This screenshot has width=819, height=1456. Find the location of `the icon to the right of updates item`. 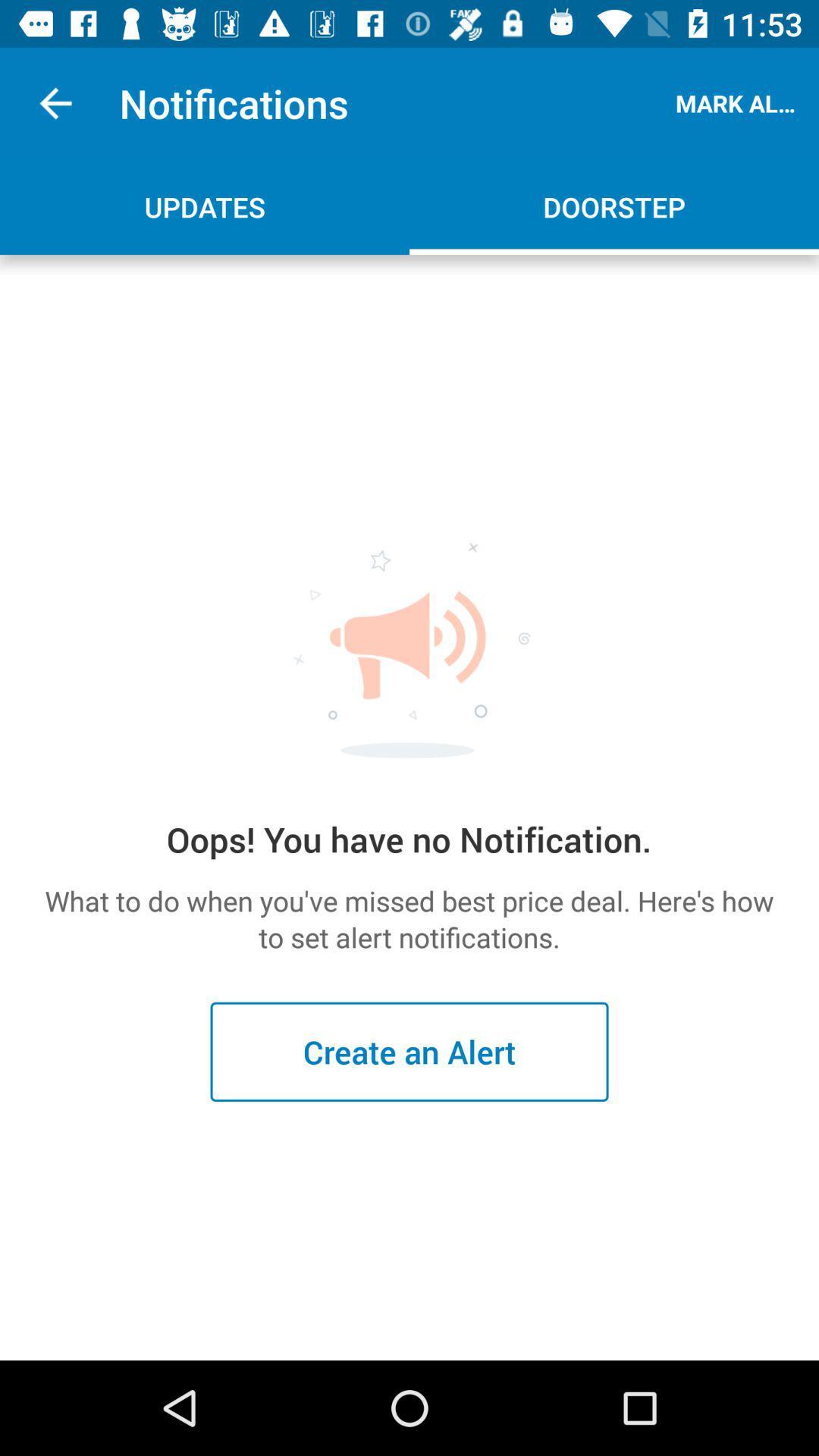

the icon to the right of updates item is located at coordinates (614, 206).